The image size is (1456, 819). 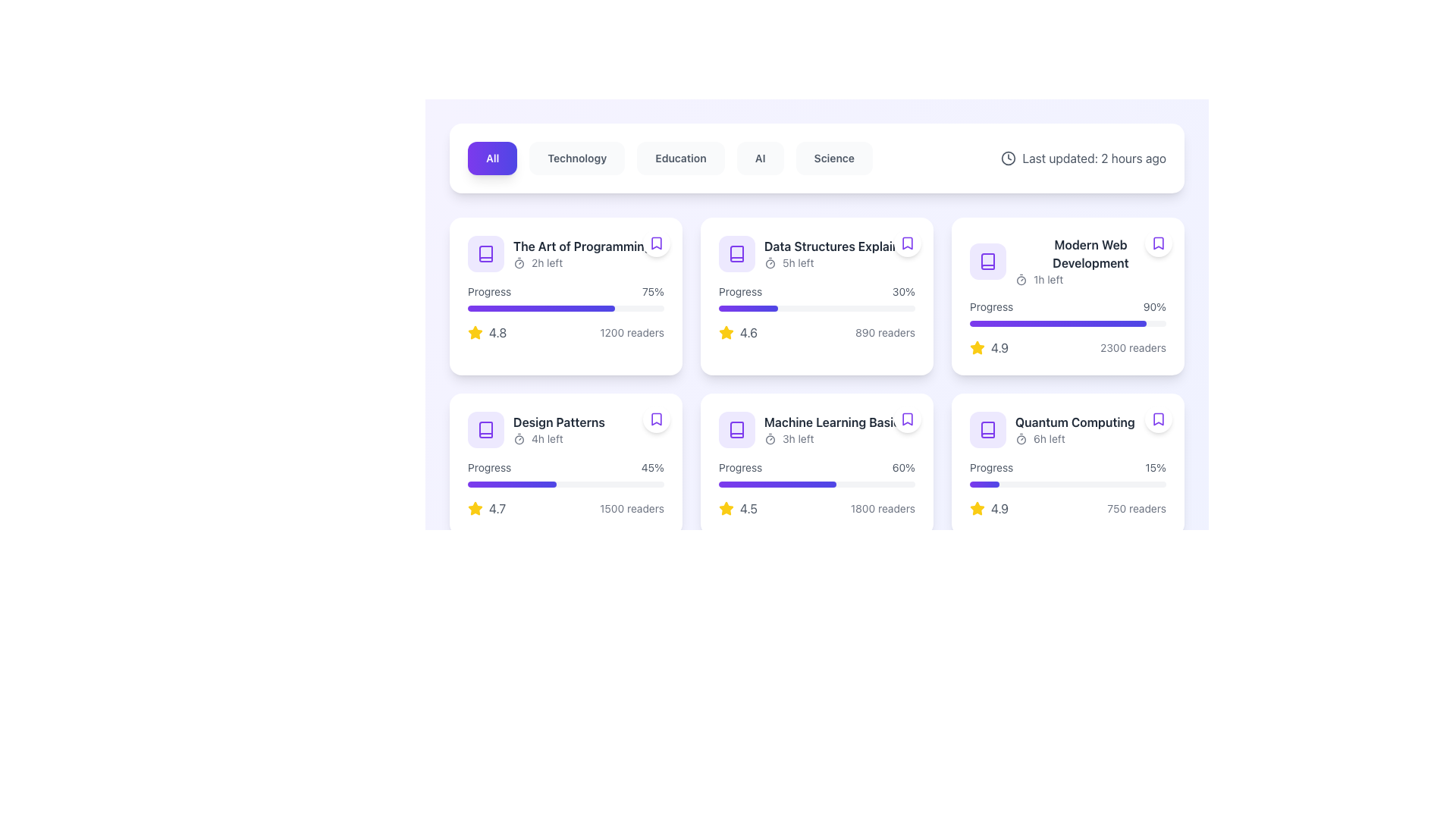 What do you see at coordinates (486, 253) in the screenshot?
I see `the book/course material icon located in the upper left segment of the card titled 'The Art of Programming' to interact with it` at bounding box center [486, 253].